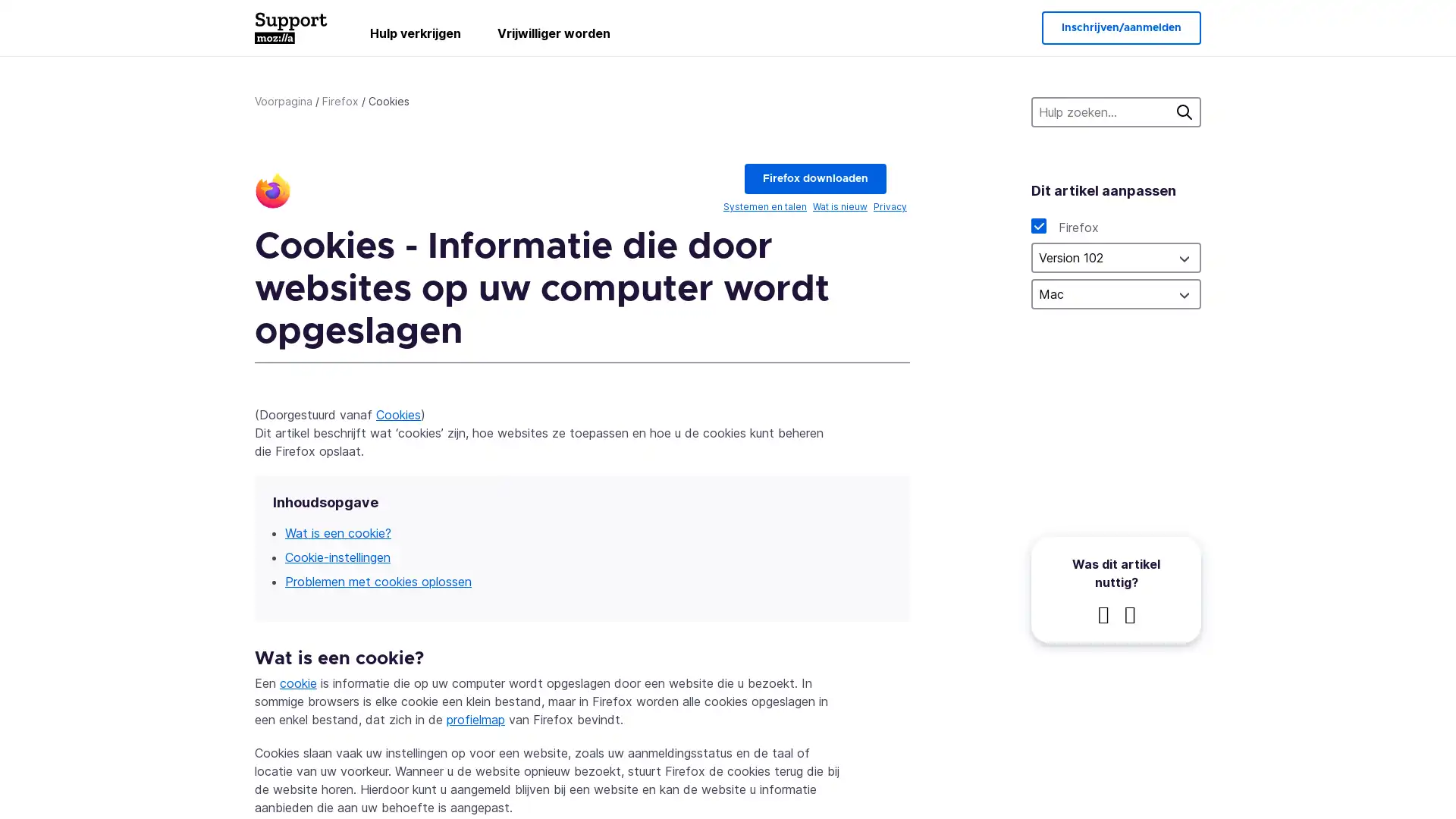 This screenshot has width=1456, height=819. What do you see at coordinates (1103, 614) in the screenshot?
I see `Ja` at bounding box center [1103, 614].